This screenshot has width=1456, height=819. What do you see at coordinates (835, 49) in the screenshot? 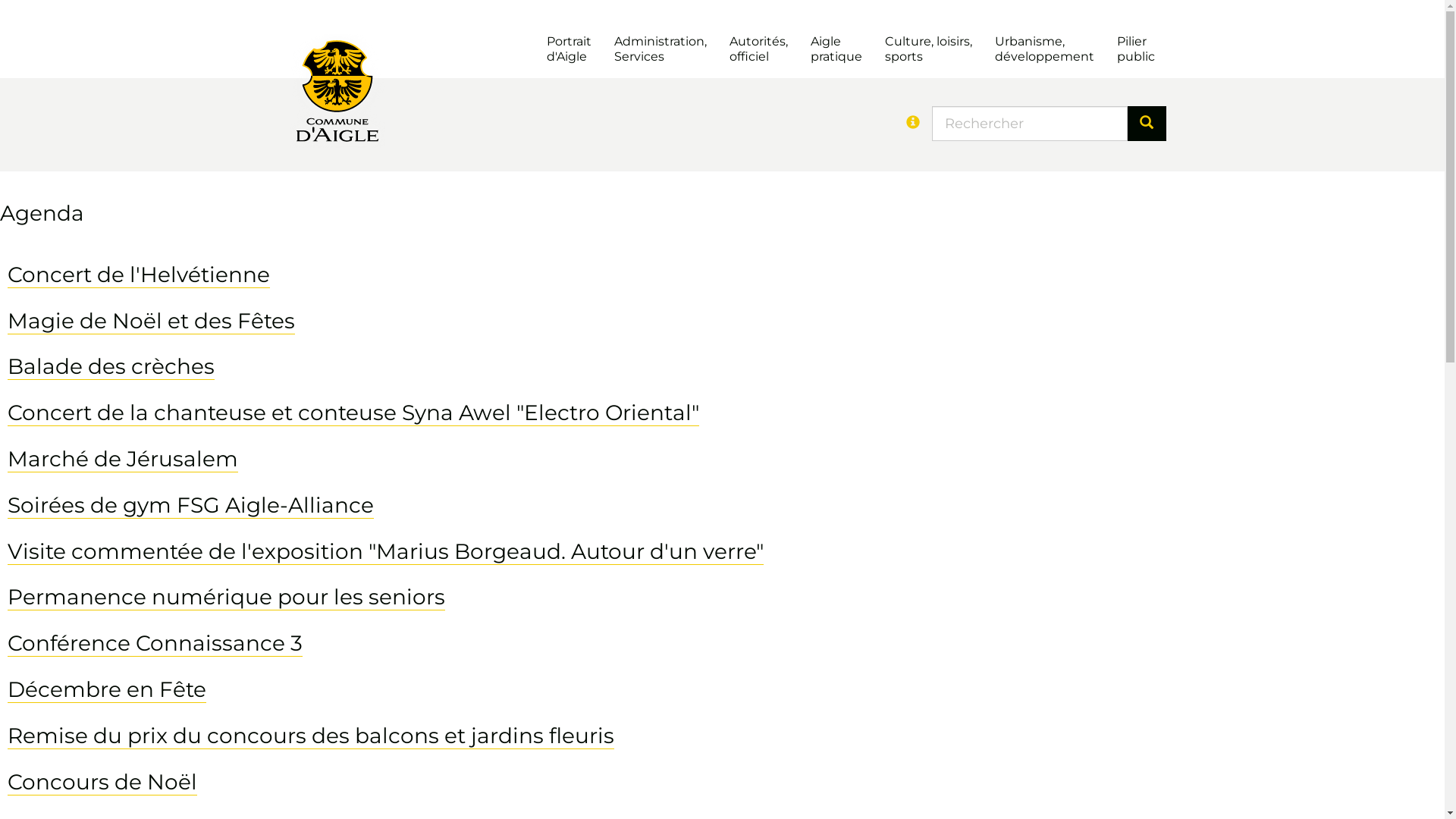
I see `'Aigle` at bounding box center [835, 49].